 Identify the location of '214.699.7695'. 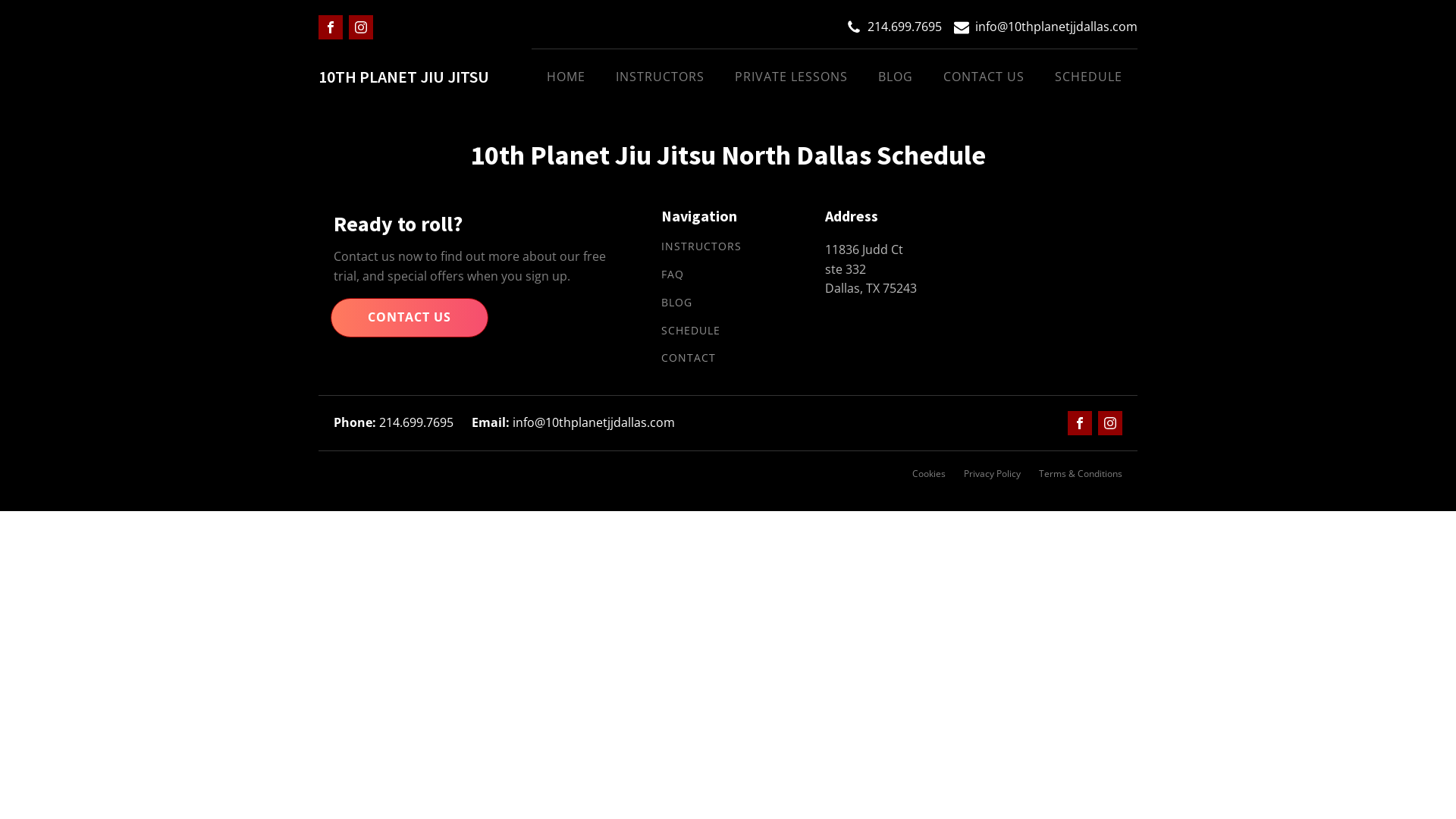
(867, 27).